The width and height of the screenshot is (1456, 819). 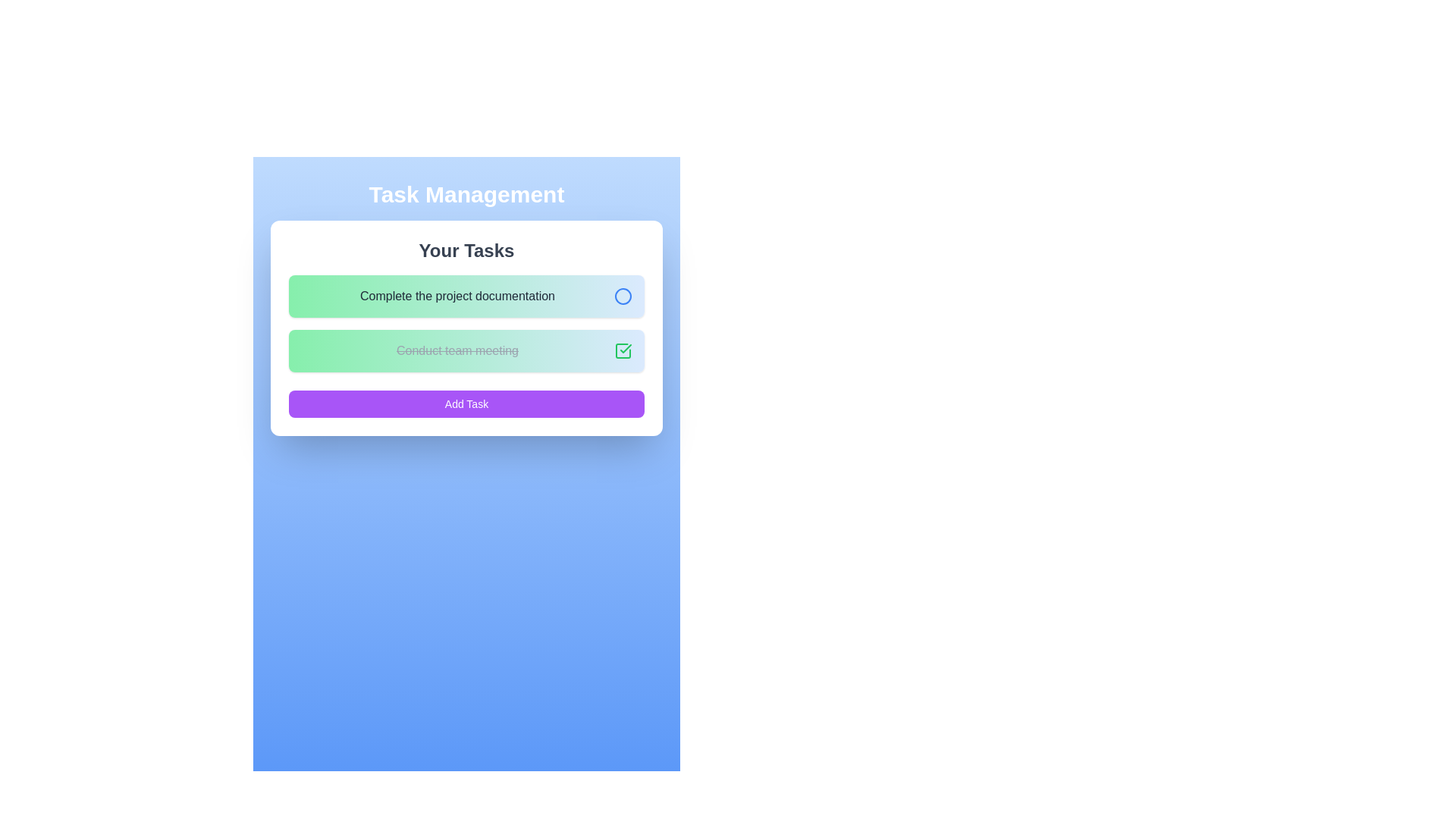 What do you see at coordinates (466, 194) in the screenshot?
I see `the static title or heading element that introduces the task management section, positioned above the 'Your Tasks' subheading` at bounding box center [466, 194].